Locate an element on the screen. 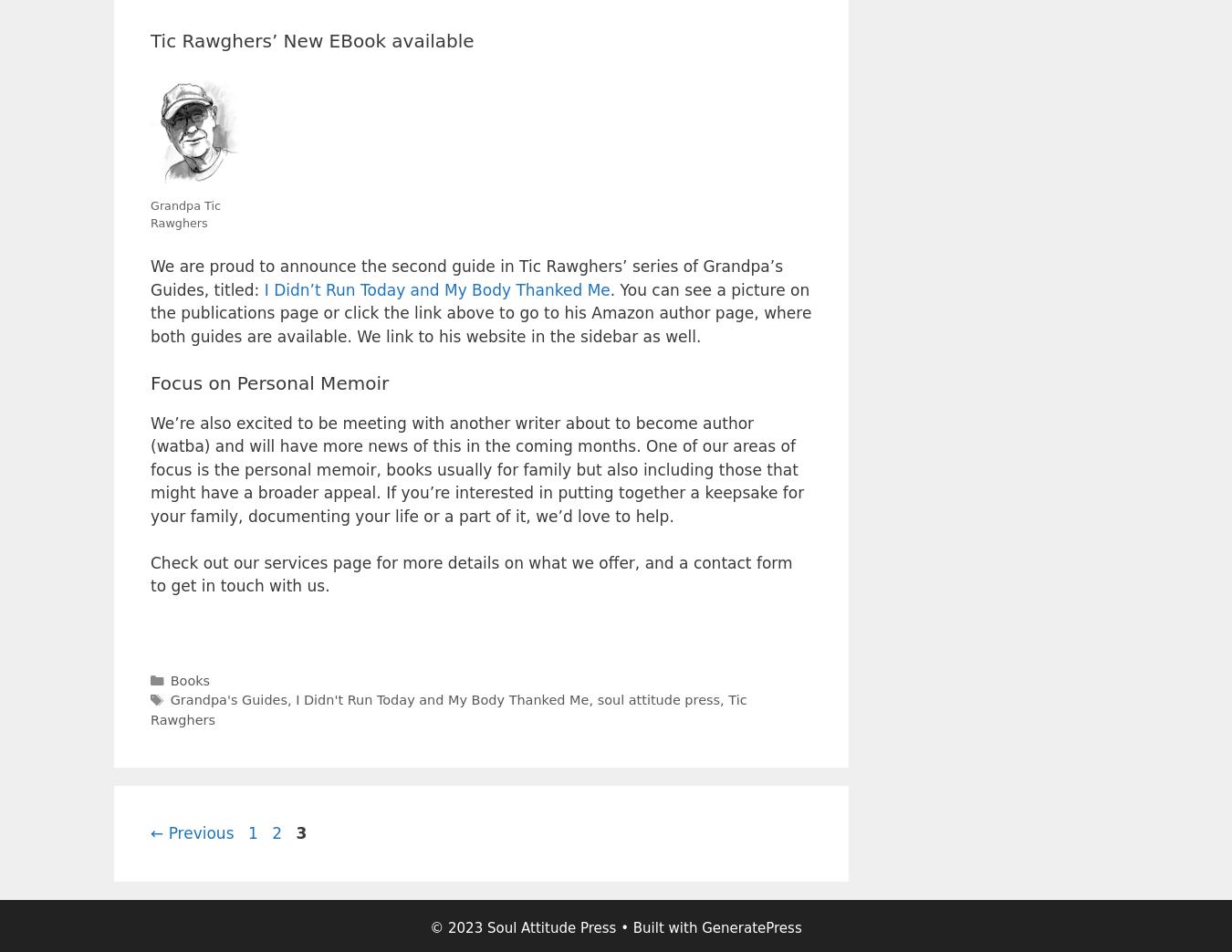 Image resolution: width=1232 pixels, height=952 pixels. '1' is located at coordinates (251, 831).